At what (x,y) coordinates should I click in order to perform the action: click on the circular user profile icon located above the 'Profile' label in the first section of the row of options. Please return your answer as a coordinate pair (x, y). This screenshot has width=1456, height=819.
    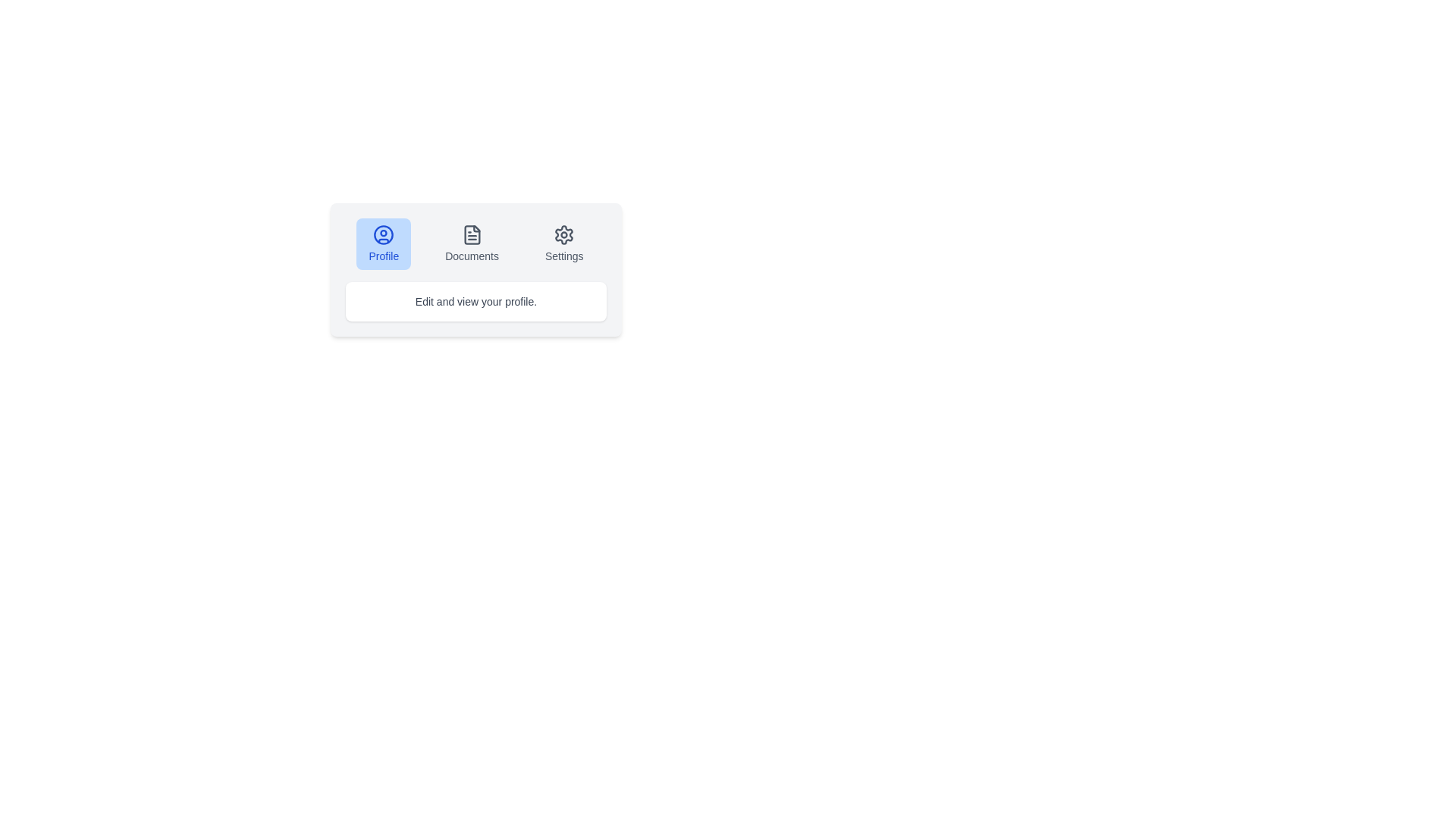
    Looking at the image, I should click on (384, 234).